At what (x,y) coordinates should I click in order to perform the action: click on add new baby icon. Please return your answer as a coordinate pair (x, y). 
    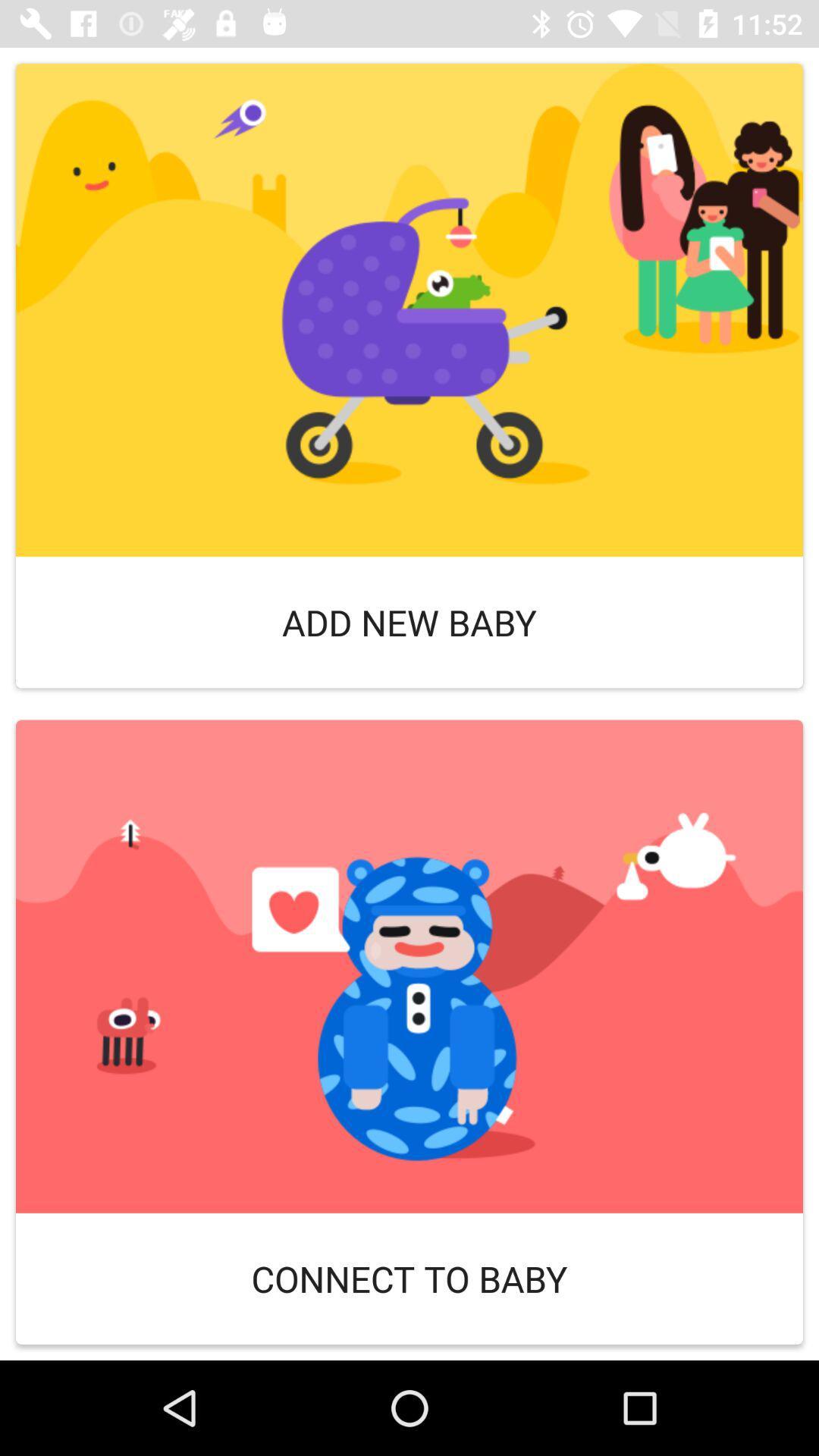
    Looking at the image, I should click on (409, 622).